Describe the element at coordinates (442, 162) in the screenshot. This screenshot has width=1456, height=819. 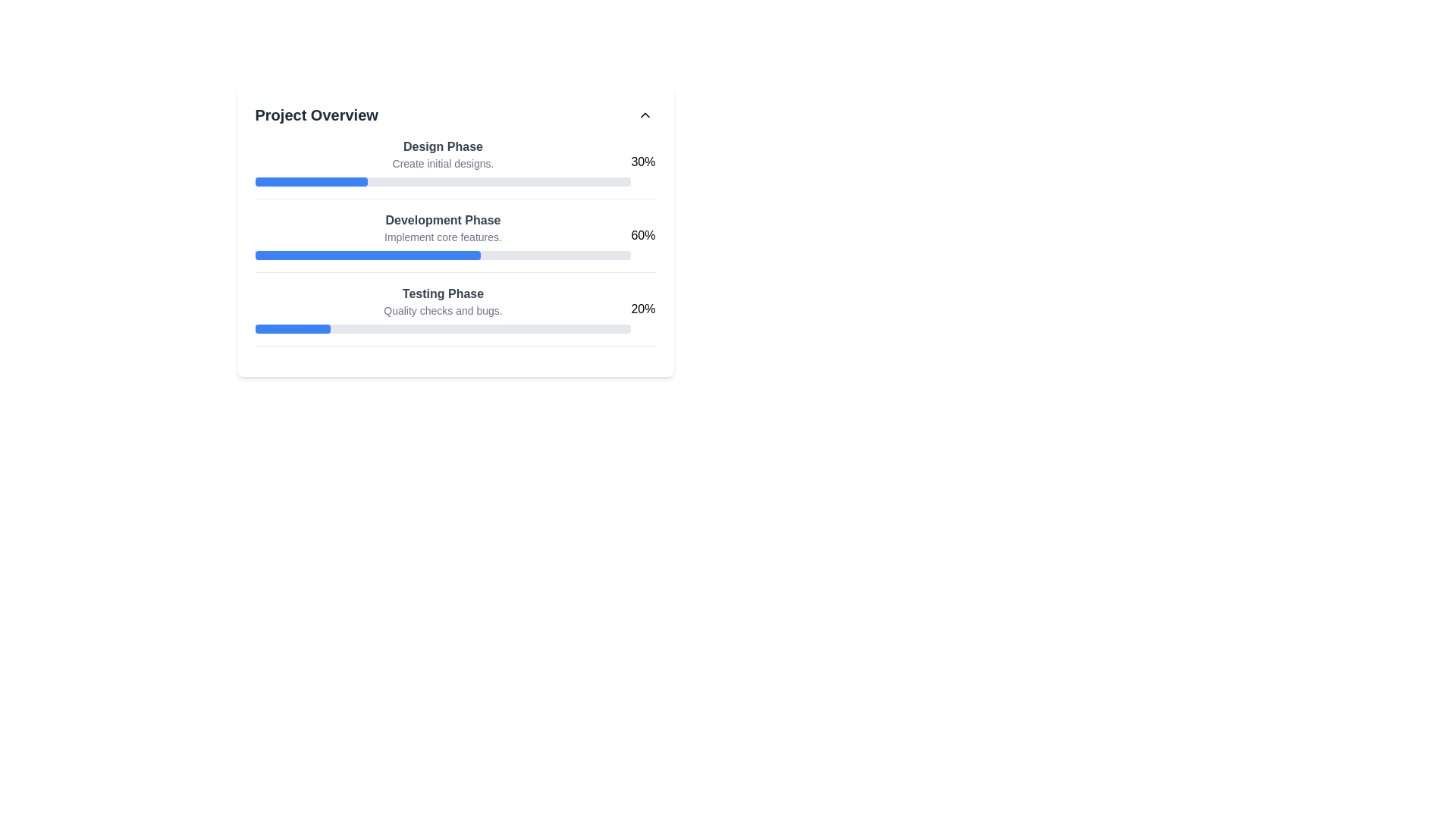
I see `progress bar representing the 'Design Phase' in the project overview section to understand the status of this phase` at that location.